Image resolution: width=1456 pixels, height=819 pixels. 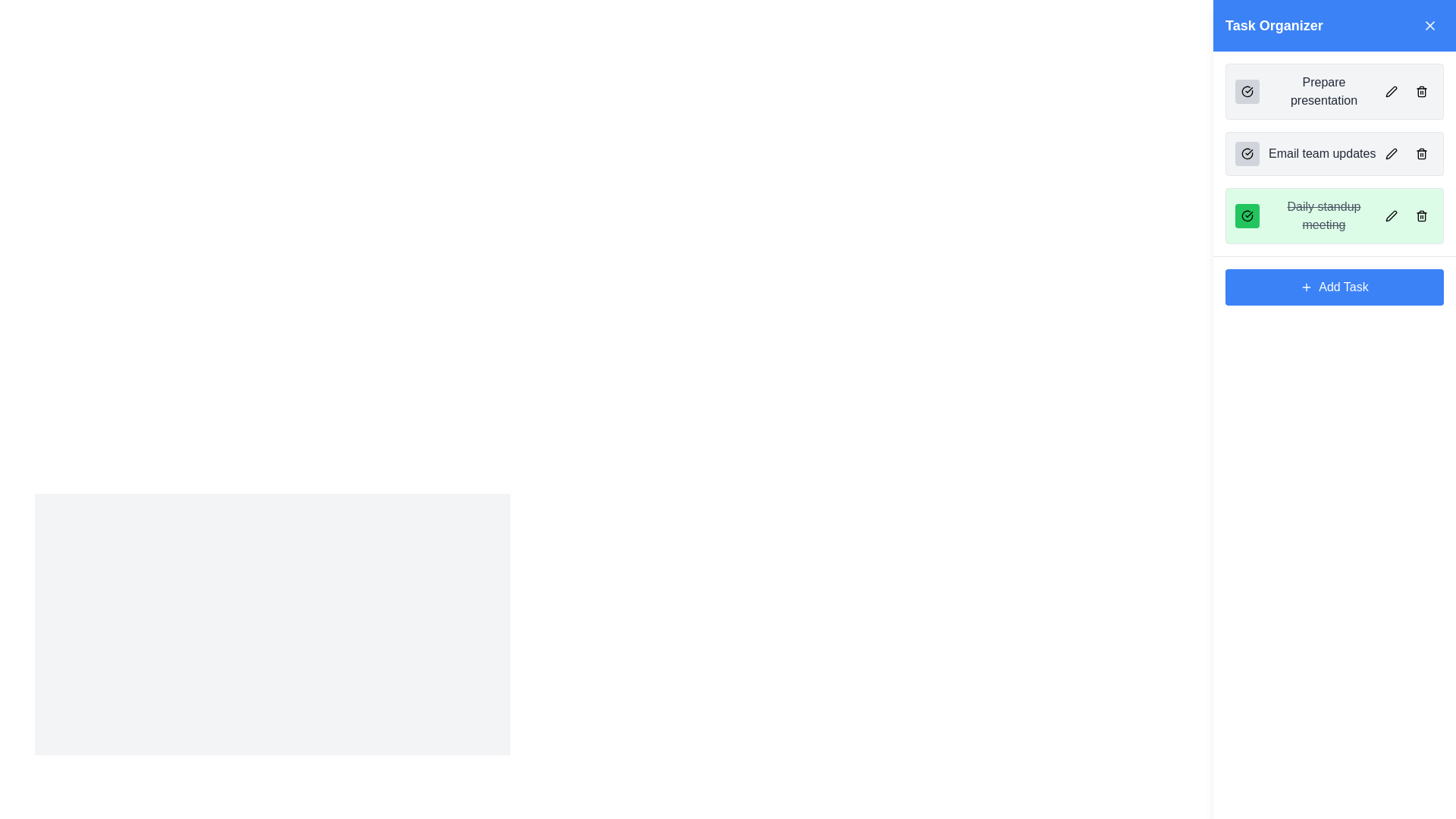 What do you see at coordinates (1391, 90) in the screenshot?
I see `the pen-shaped edit icon located in the 'Task Organizer' panel next to the task titled 'Prepare presentation'` at bounding box center [1391, 90].